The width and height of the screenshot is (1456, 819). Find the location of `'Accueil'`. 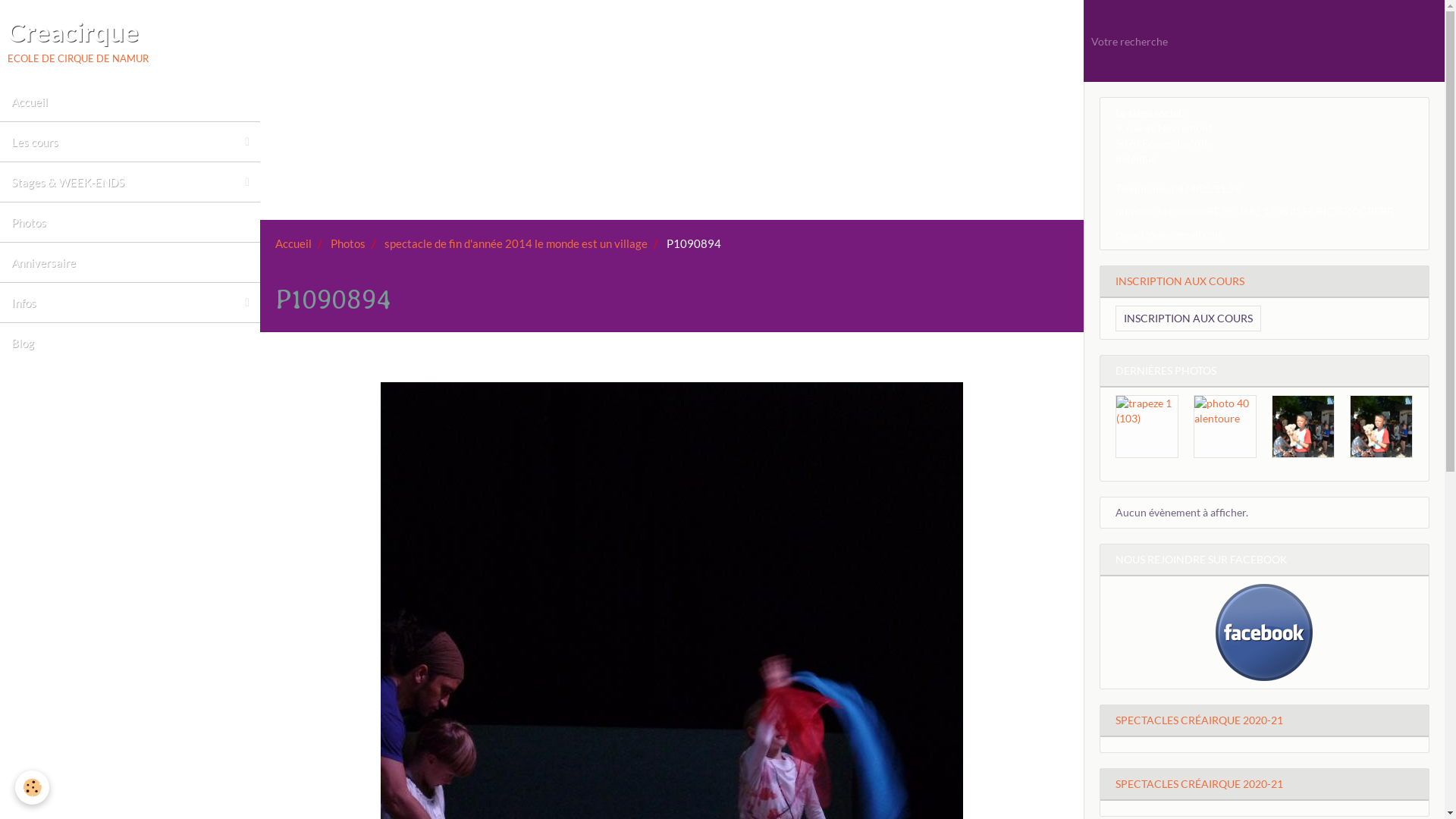

'Accueil' is located at coordinates (293, 242).